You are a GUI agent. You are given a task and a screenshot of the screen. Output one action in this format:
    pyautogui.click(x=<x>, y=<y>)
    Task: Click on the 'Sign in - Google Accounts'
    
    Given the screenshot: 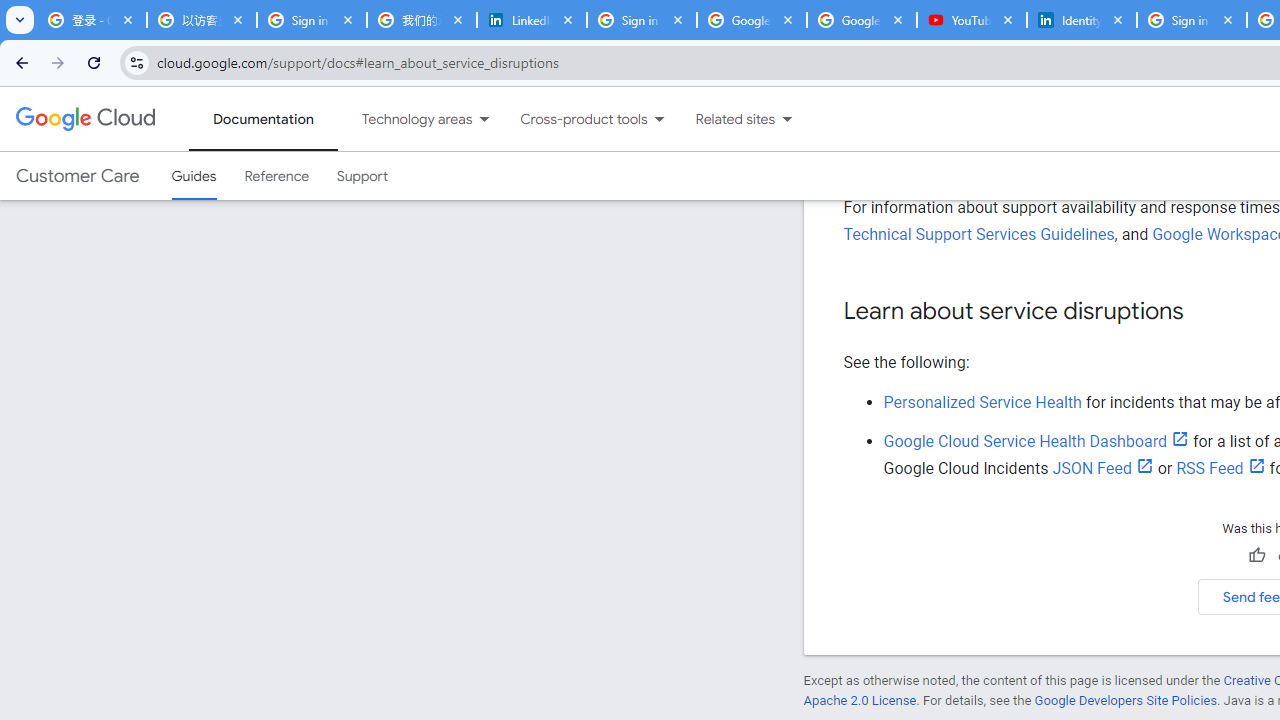 What is the action you would take?
    pyautogui.click(x=642, y=20)
    